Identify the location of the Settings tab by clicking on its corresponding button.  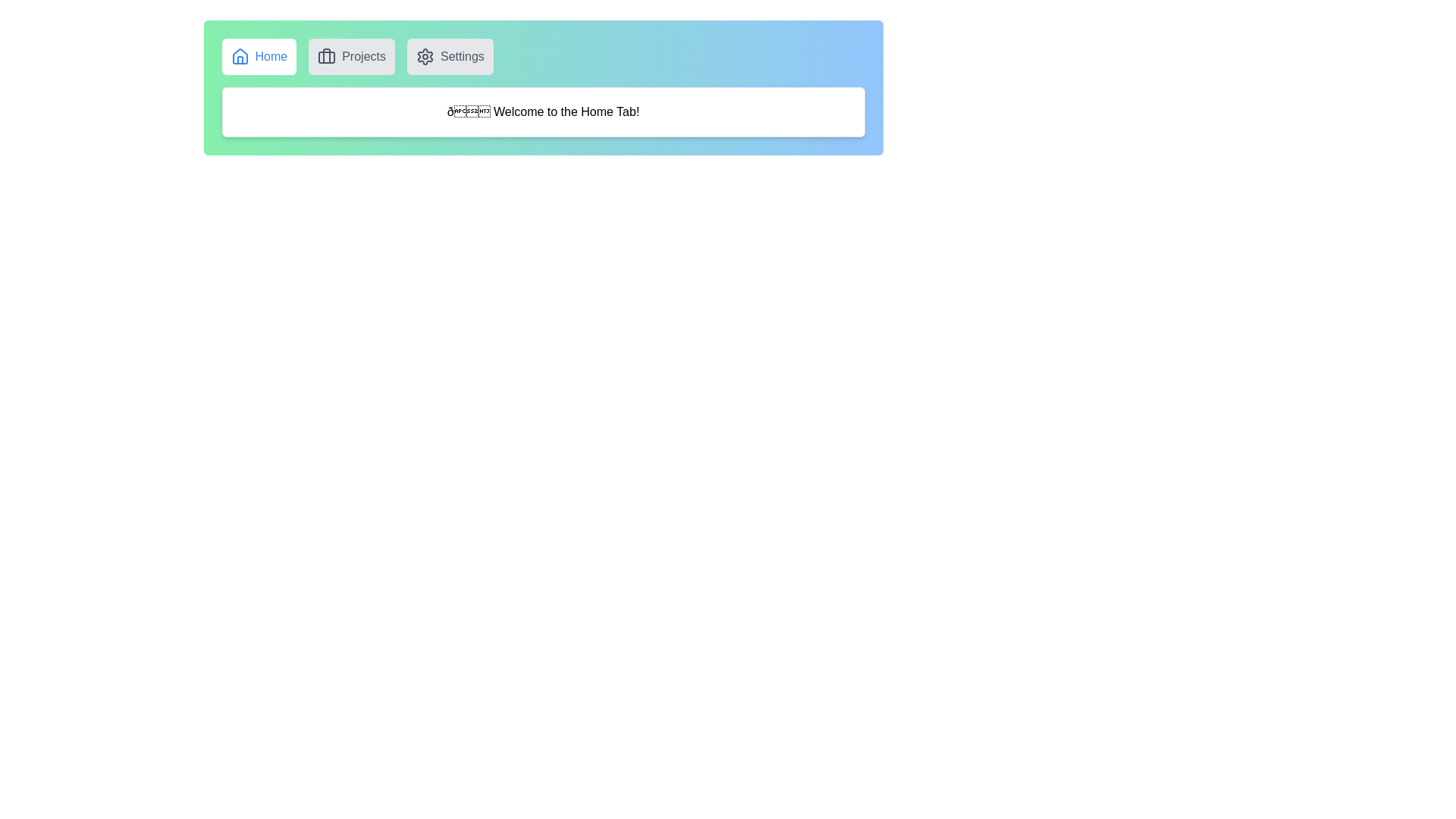
(449, 55).